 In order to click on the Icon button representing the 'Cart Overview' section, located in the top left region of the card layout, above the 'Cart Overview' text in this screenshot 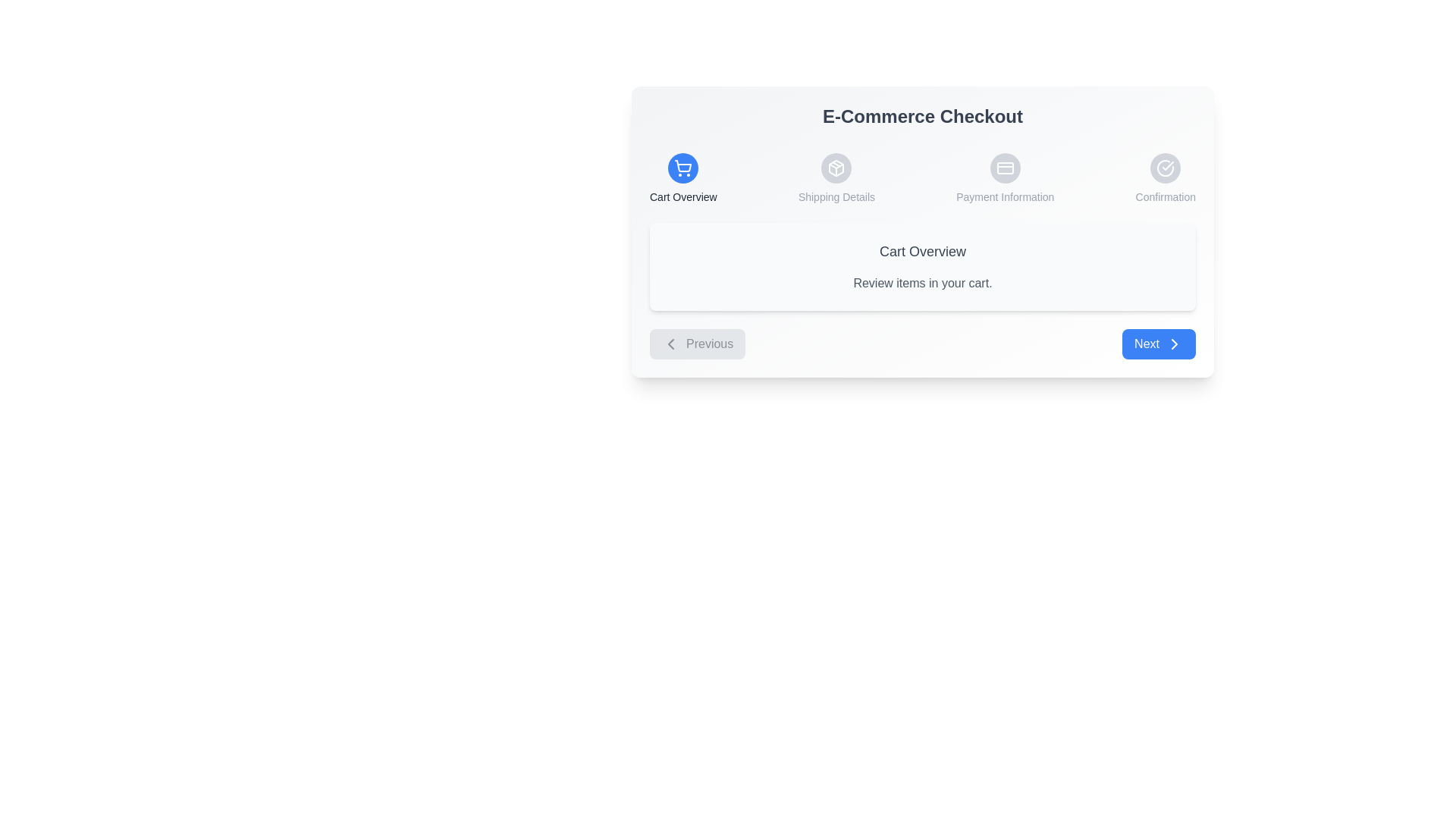, I will do `click(682, 168)`.